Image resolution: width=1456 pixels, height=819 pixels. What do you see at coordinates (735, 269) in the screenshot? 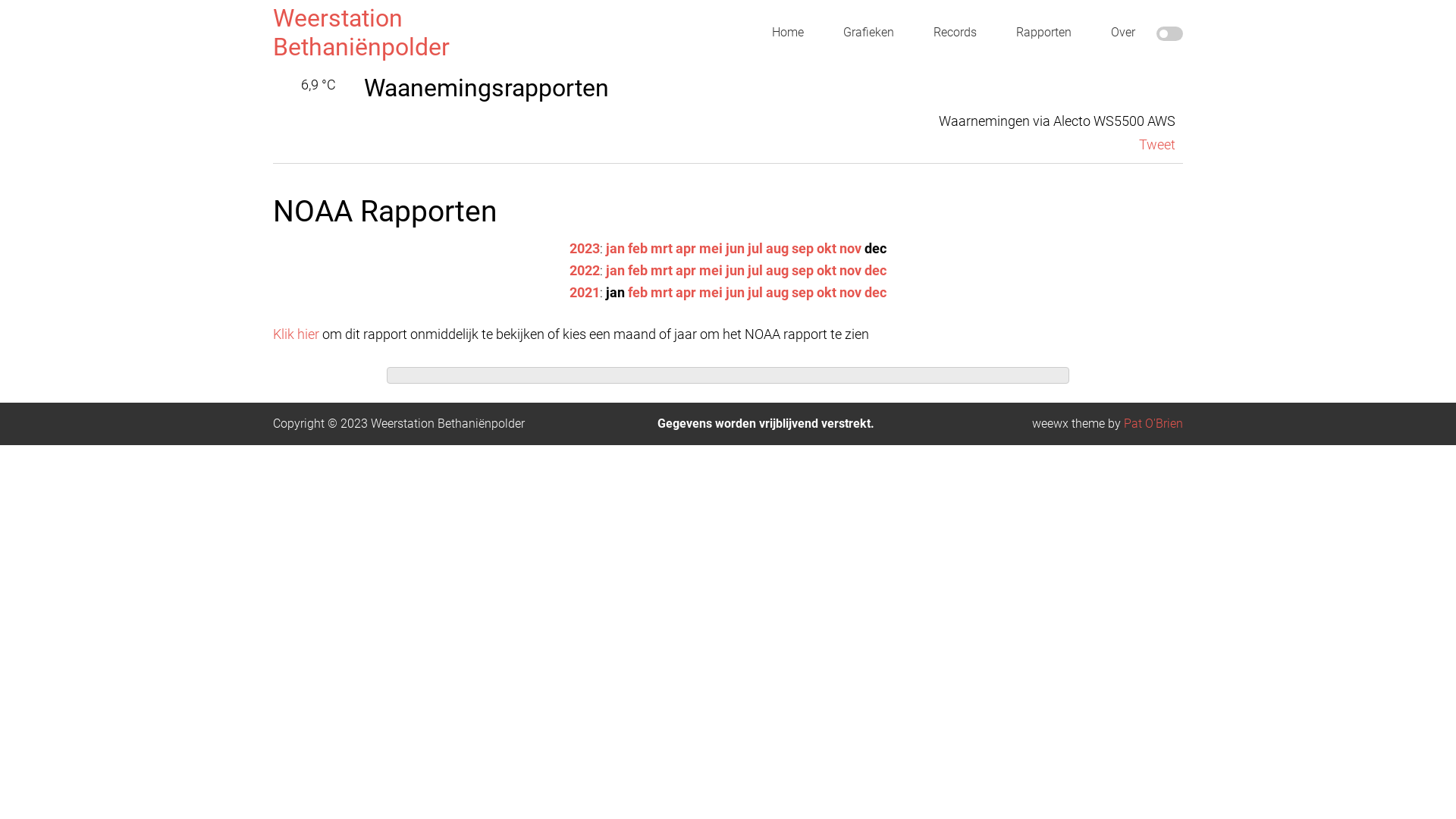
I see `'jun'` at bounding box center [735, 269].